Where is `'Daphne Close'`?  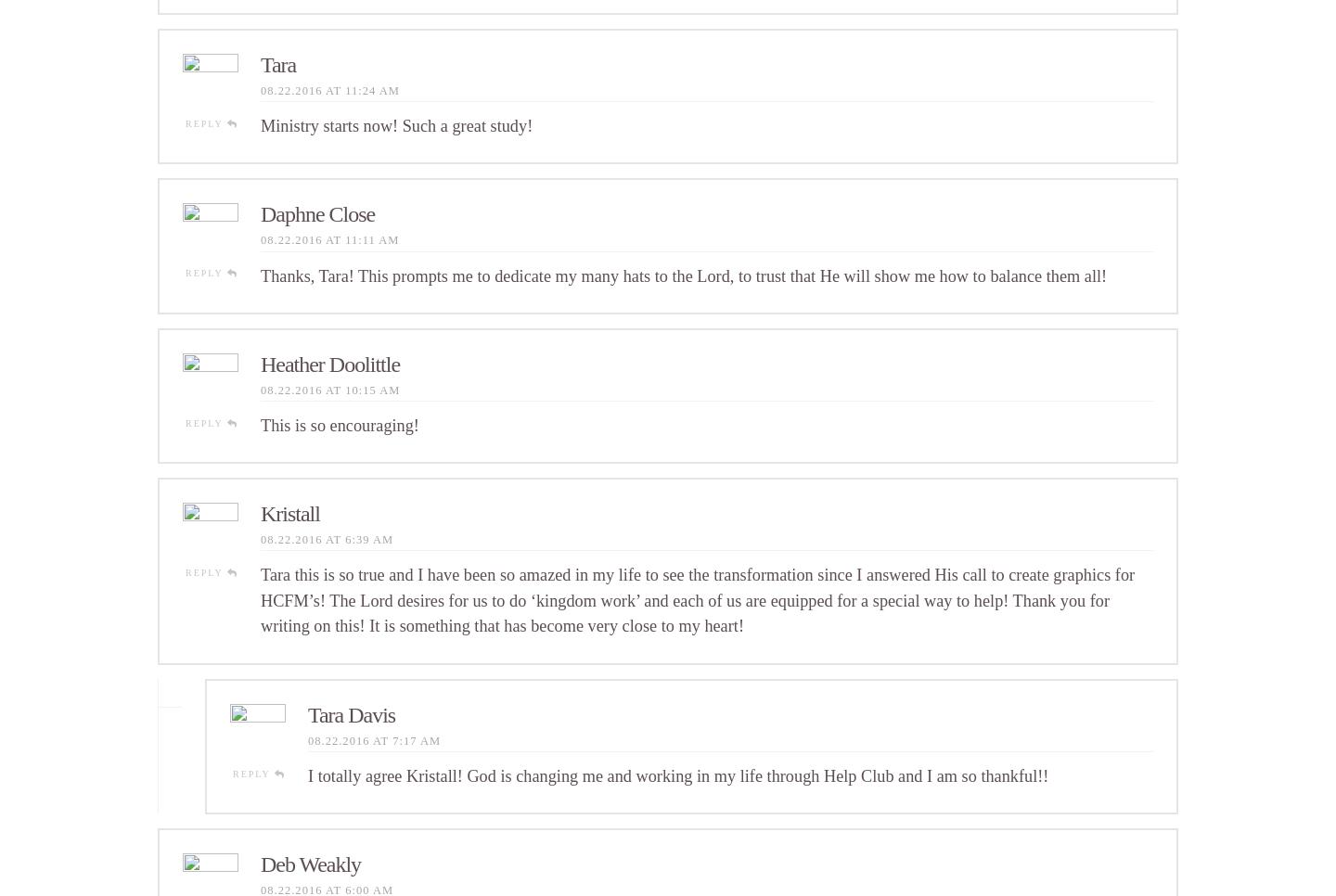 'Daphne Close' is located at coordinates (259, 212).